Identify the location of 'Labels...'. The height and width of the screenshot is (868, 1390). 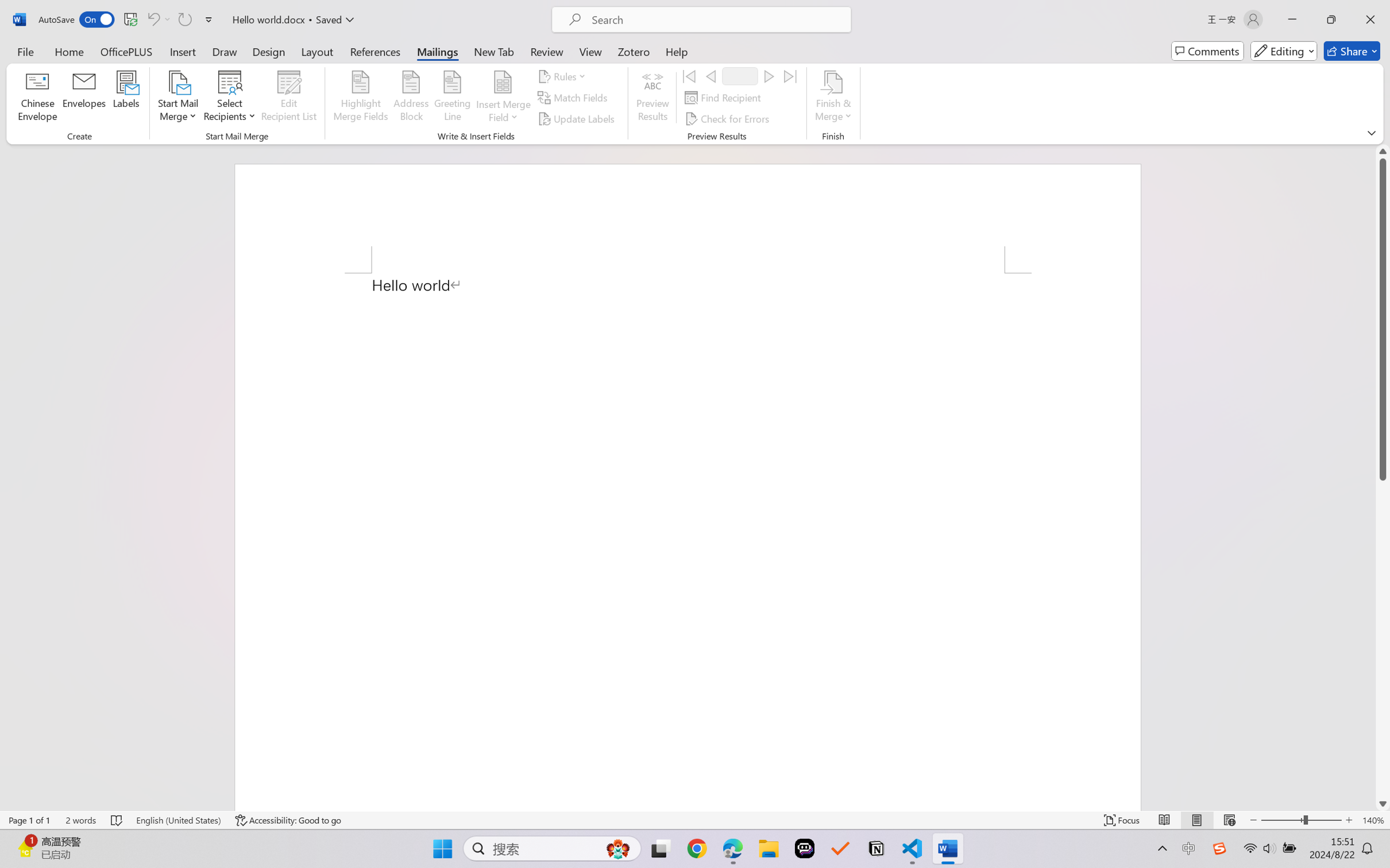
(125, 98).